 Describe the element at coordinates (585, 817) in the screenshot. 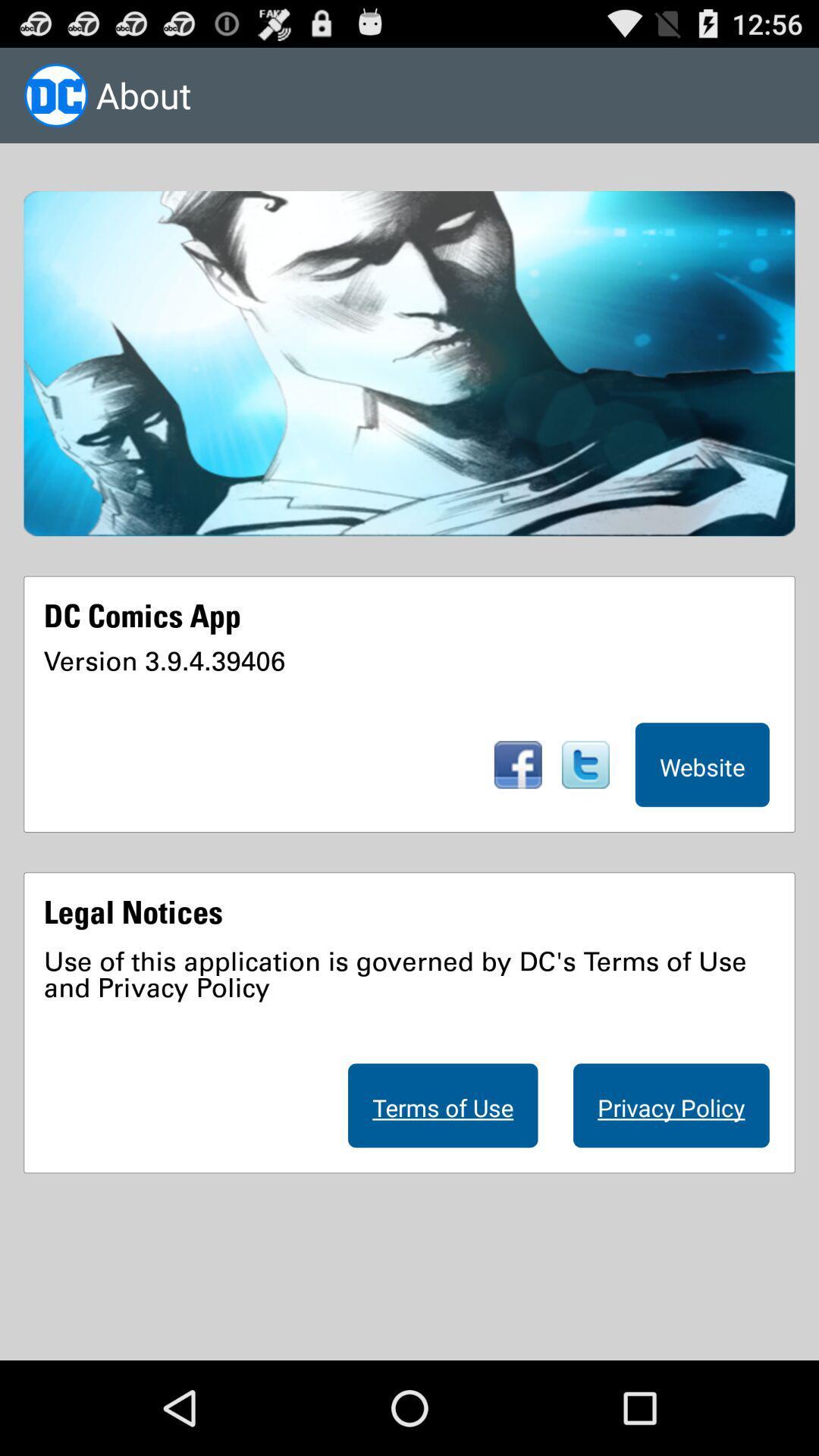

I see `the twitter icon` at that location.